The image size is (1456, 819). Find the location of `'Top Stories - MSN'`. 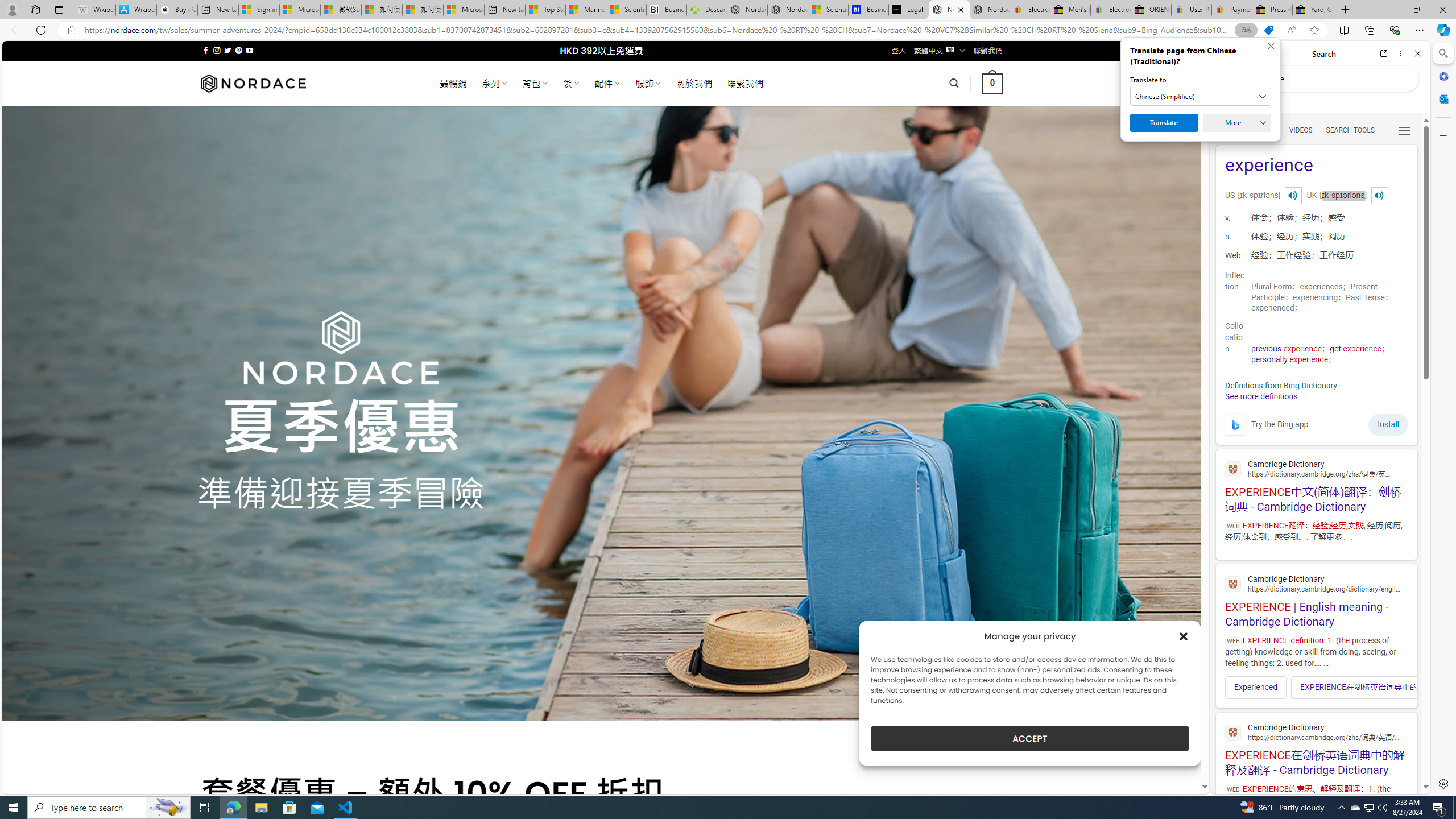

'Top Stories - MSN' is located at coordinates (544, 9).